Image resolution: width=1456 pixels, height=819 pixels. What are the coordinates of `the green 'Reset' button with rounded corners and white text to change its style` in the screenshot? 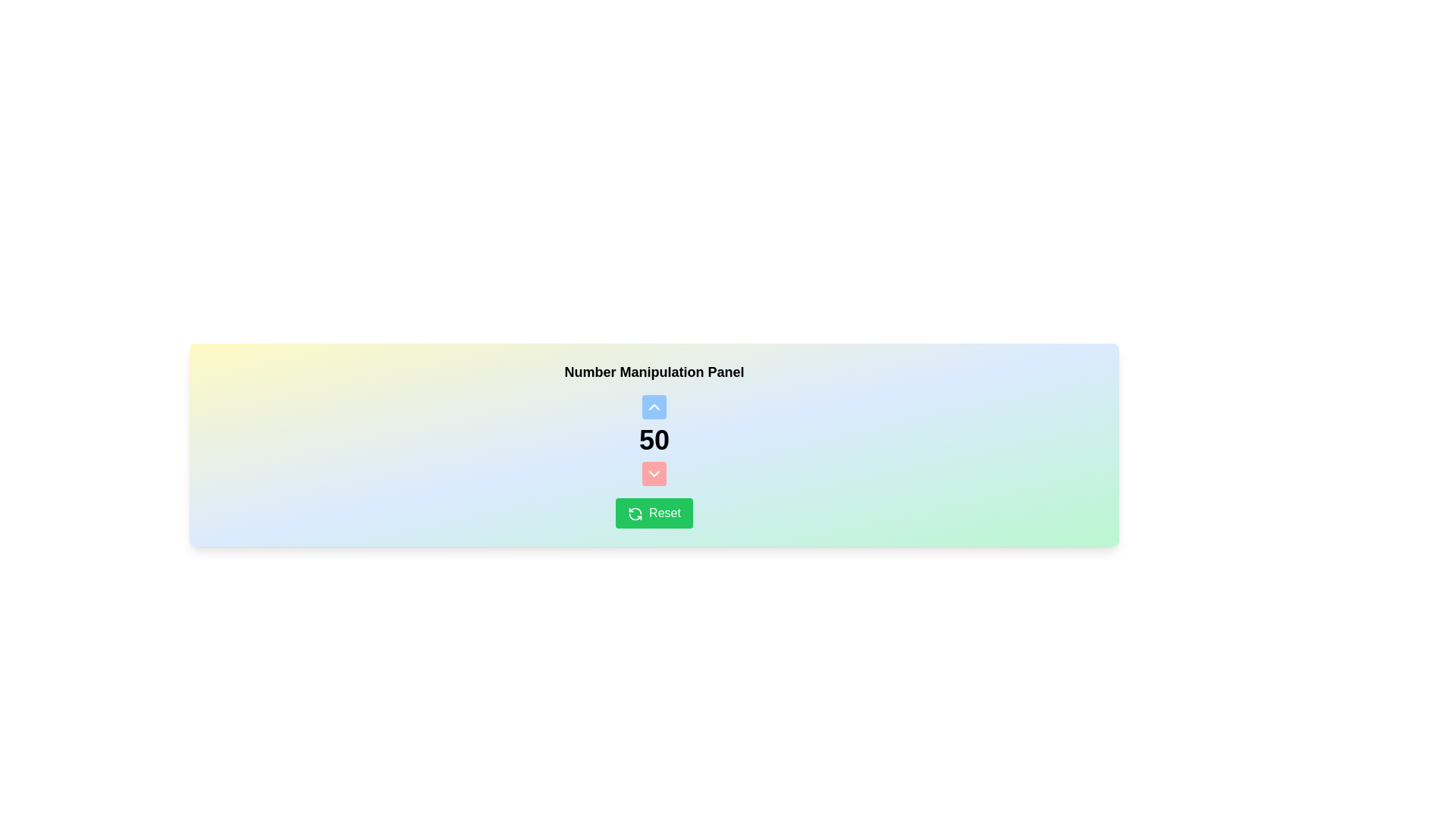 It's located at (654, 513).